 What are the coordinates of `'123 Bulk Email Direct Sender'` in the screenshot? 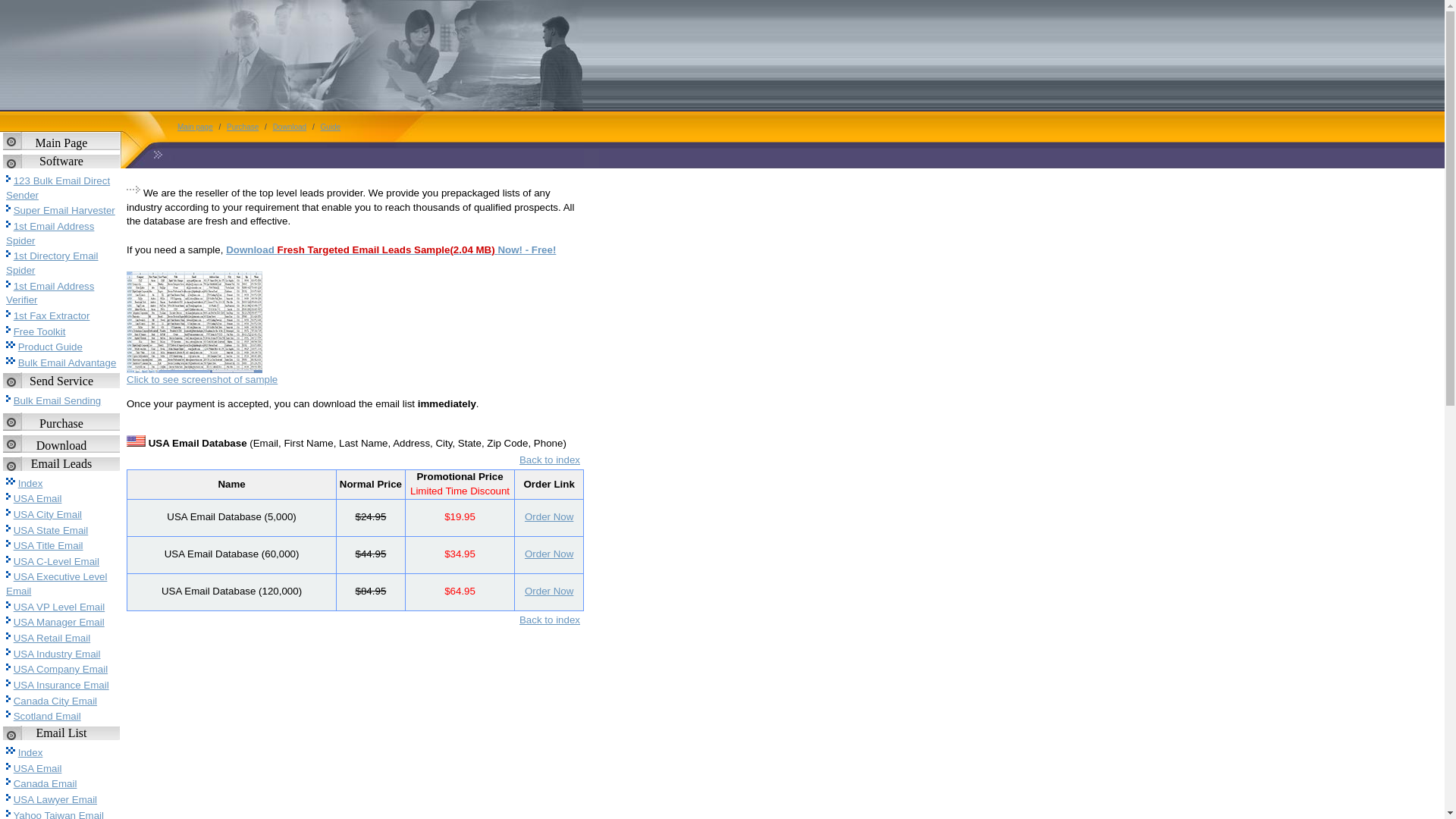 It's located at (58, 187).